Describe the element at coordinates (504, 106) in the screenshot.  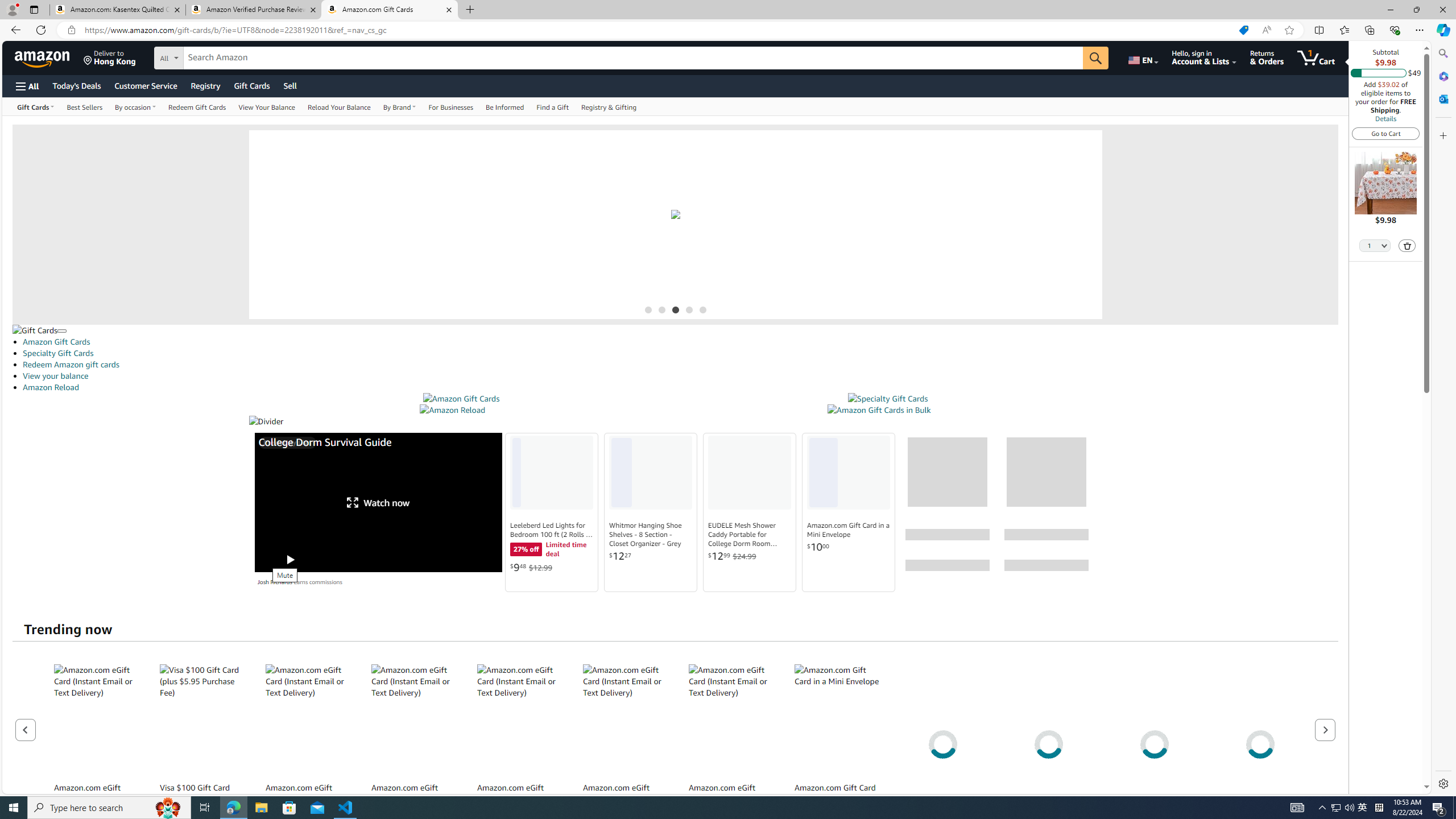
I see `'Be Informed'` at that location.